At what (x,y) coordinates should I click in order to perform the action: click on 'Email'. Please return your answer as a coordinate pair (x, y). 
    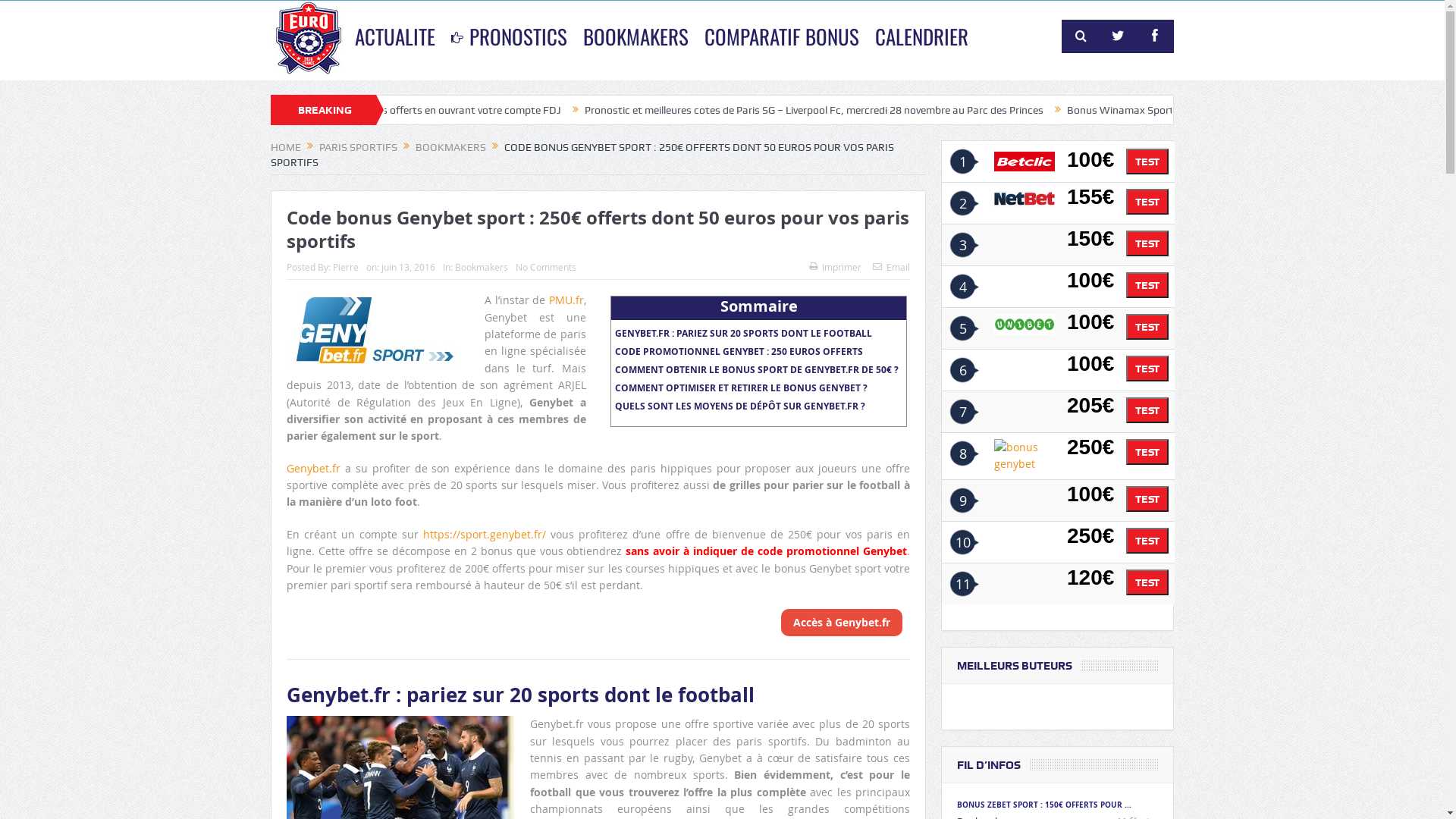
    Looking at the image, I should click on (891, 265).